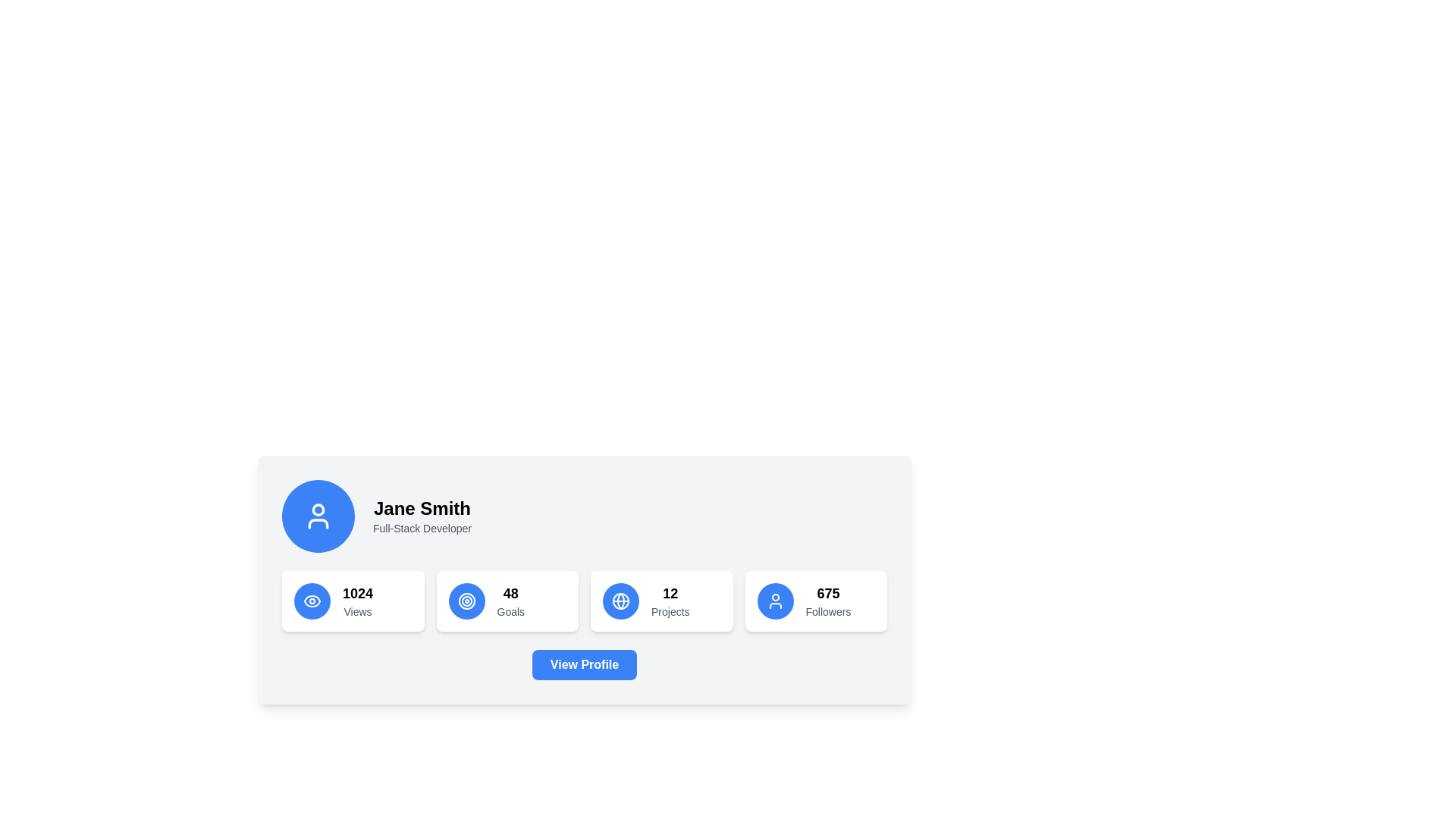  Describe the element at coordinates (827, 593) in the screenshot. I see `the bold text element displaying the number '675' in the 'Followers' stat section` at that location.